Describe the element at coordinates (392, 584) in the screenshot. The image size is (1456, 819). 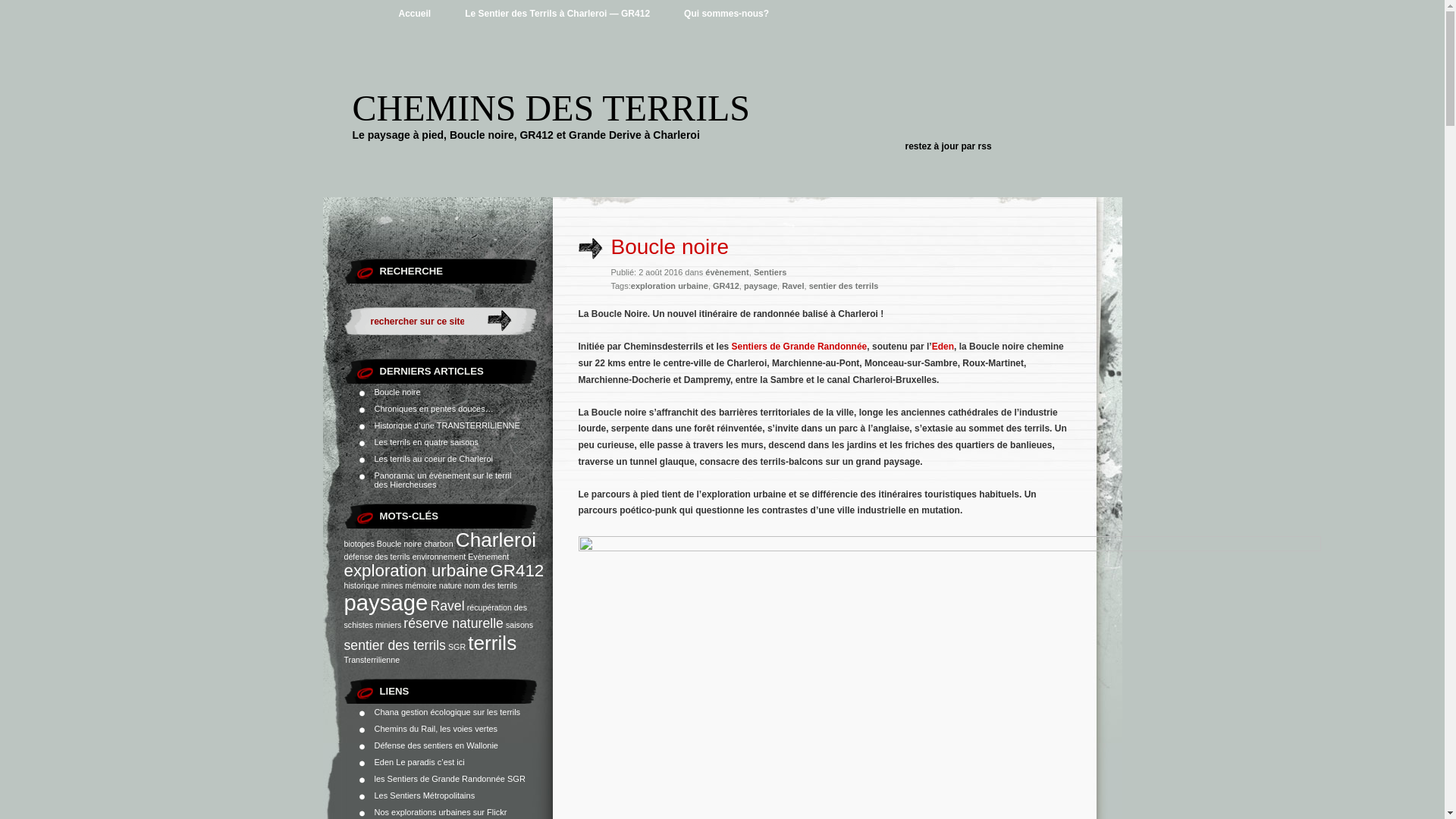
I see `'mines'` at that location.